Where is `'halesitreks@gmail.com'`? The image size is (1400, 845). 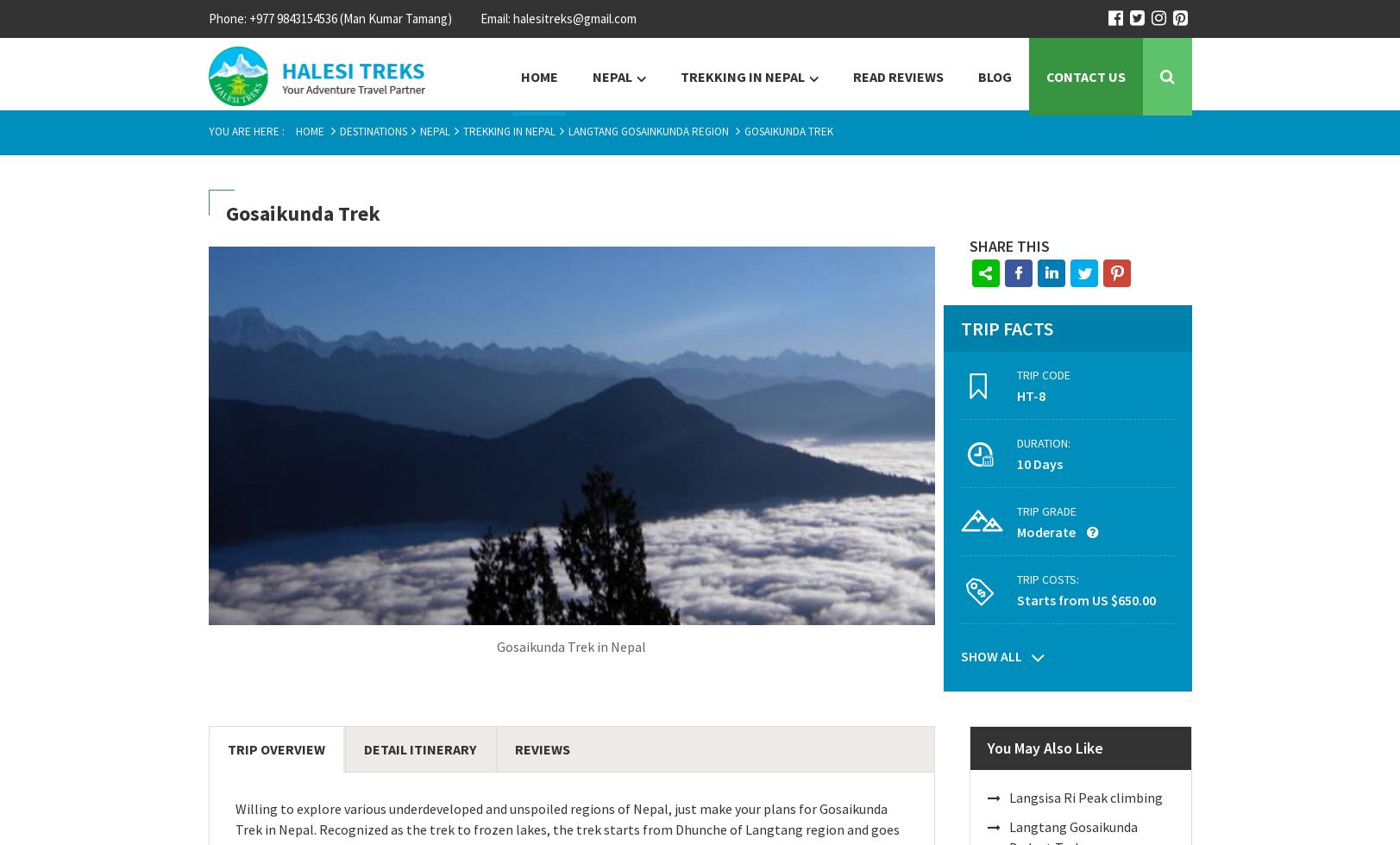 'halesitreks@gmail.com' is located at coordinates (574, 18).